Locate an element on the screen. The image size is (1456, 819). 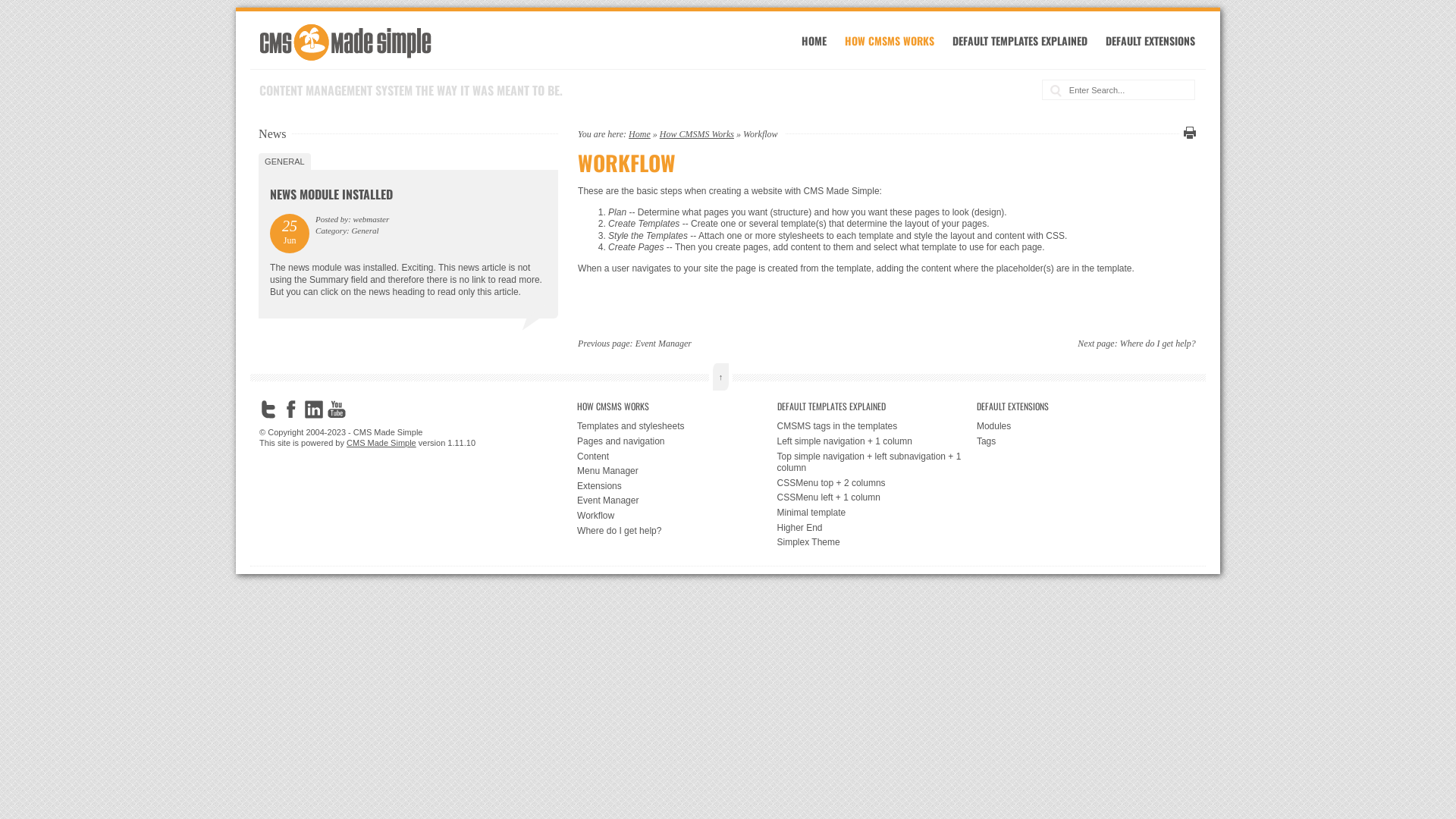
'NEWS MODULE INSTALLED' is located at coordinates (330, 193).